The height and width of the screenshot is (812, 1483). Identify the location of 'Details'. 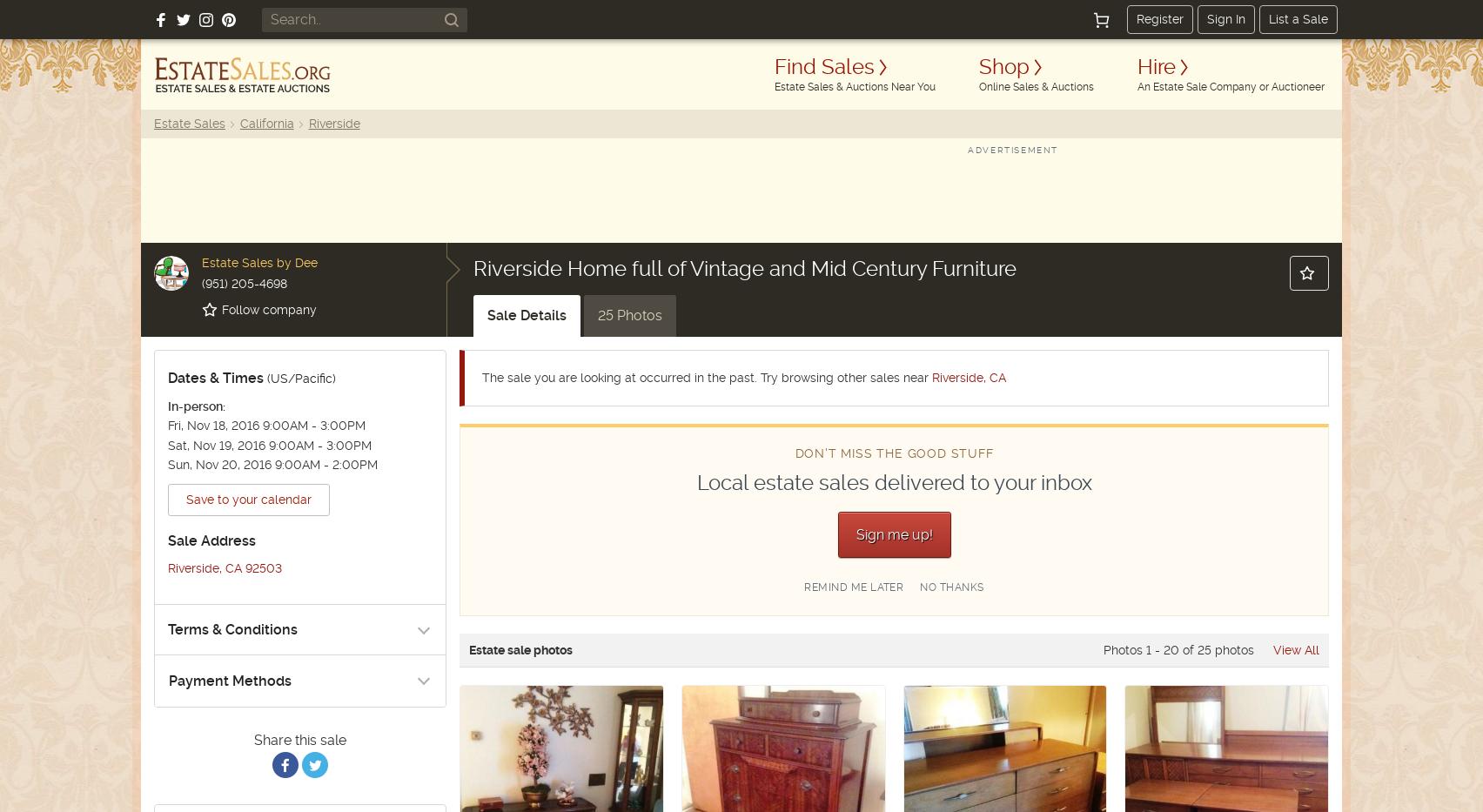
(520, 314).